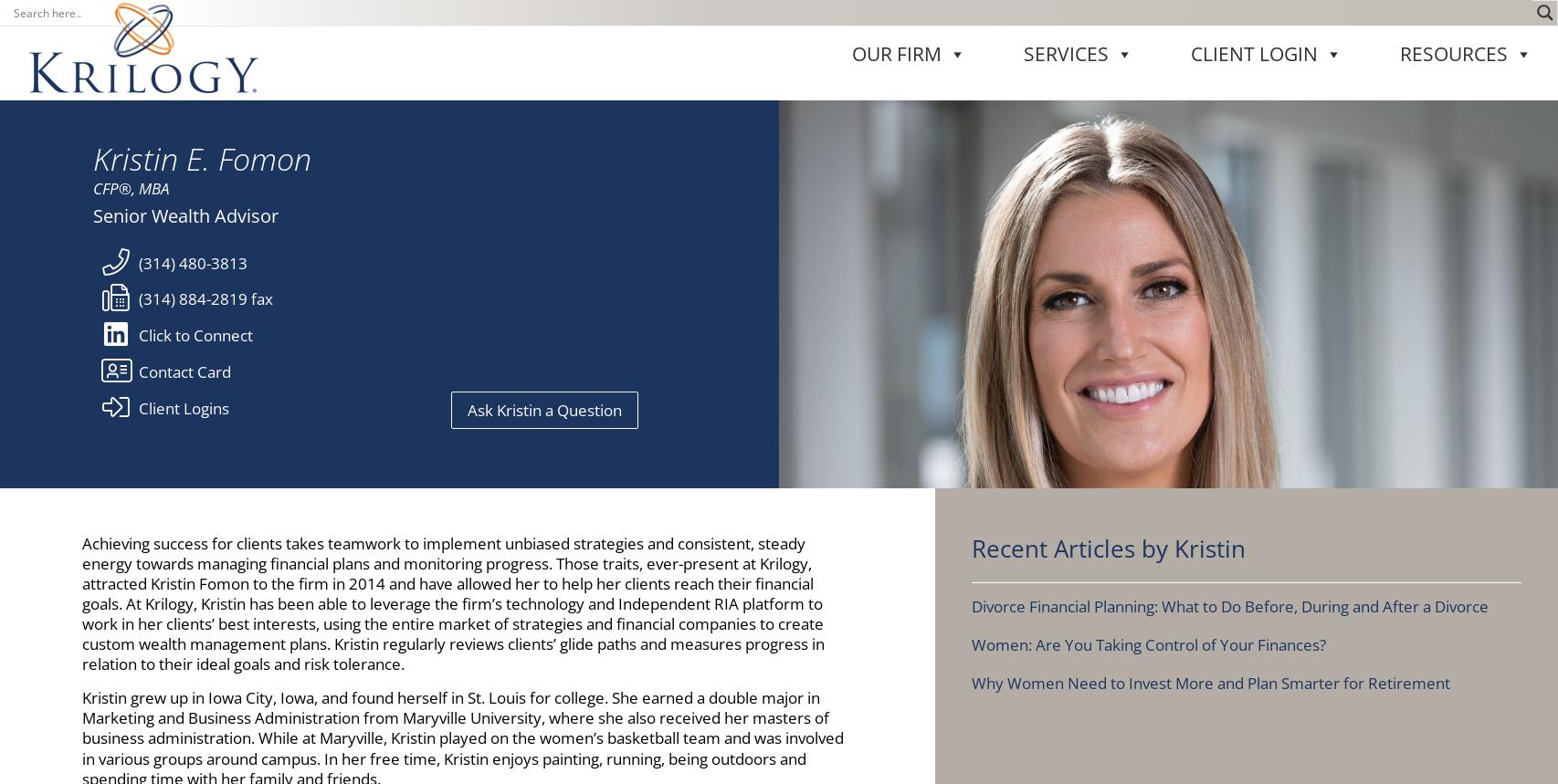 Image resolution: width=1558 pixels, height=784 pixels. I want to click on 'Recent Articles by Kristin', so click(1107, 66).